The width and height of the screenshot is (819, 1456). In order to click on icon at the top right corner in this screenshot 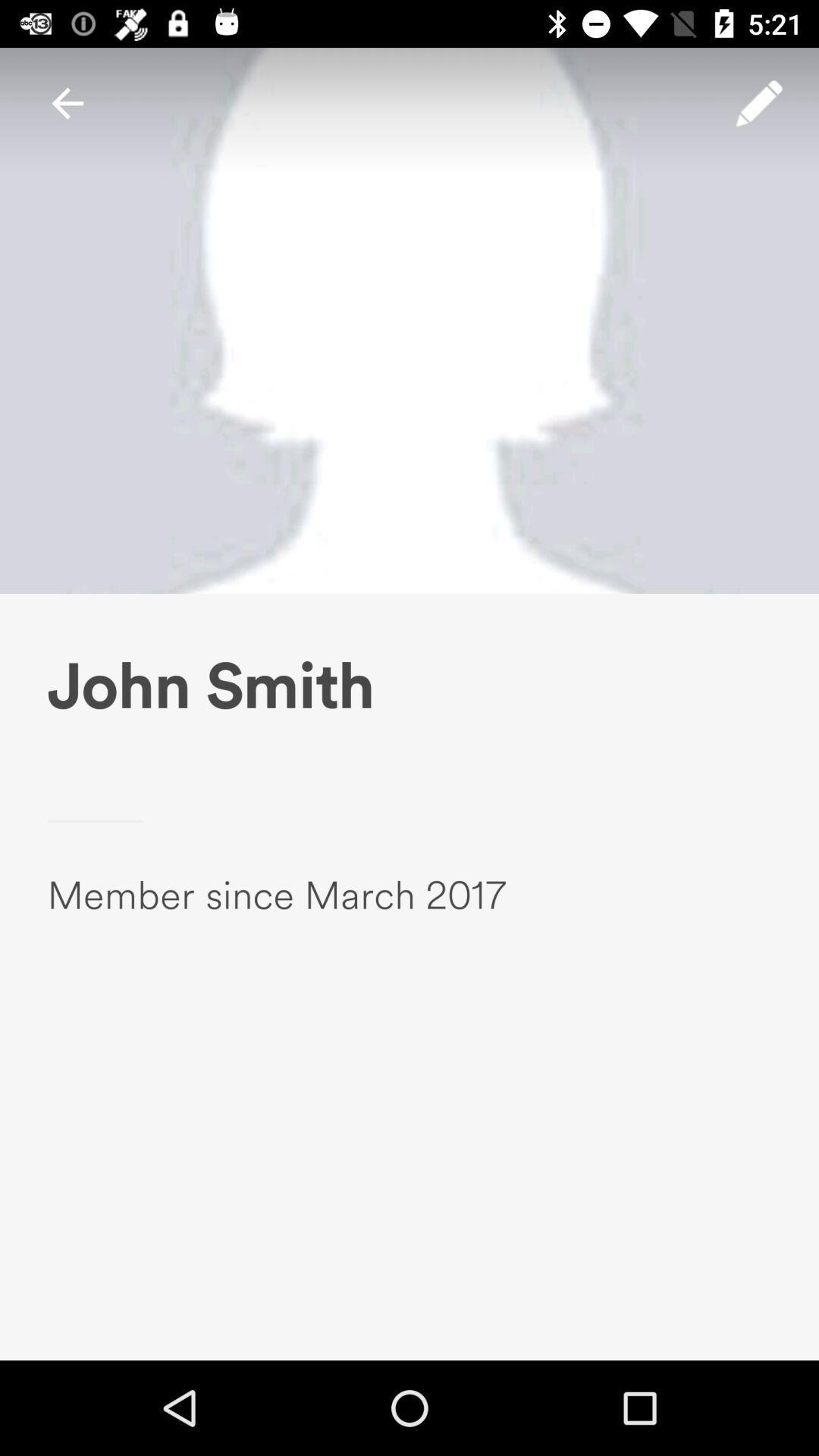, I will do `click(759, 102)`.